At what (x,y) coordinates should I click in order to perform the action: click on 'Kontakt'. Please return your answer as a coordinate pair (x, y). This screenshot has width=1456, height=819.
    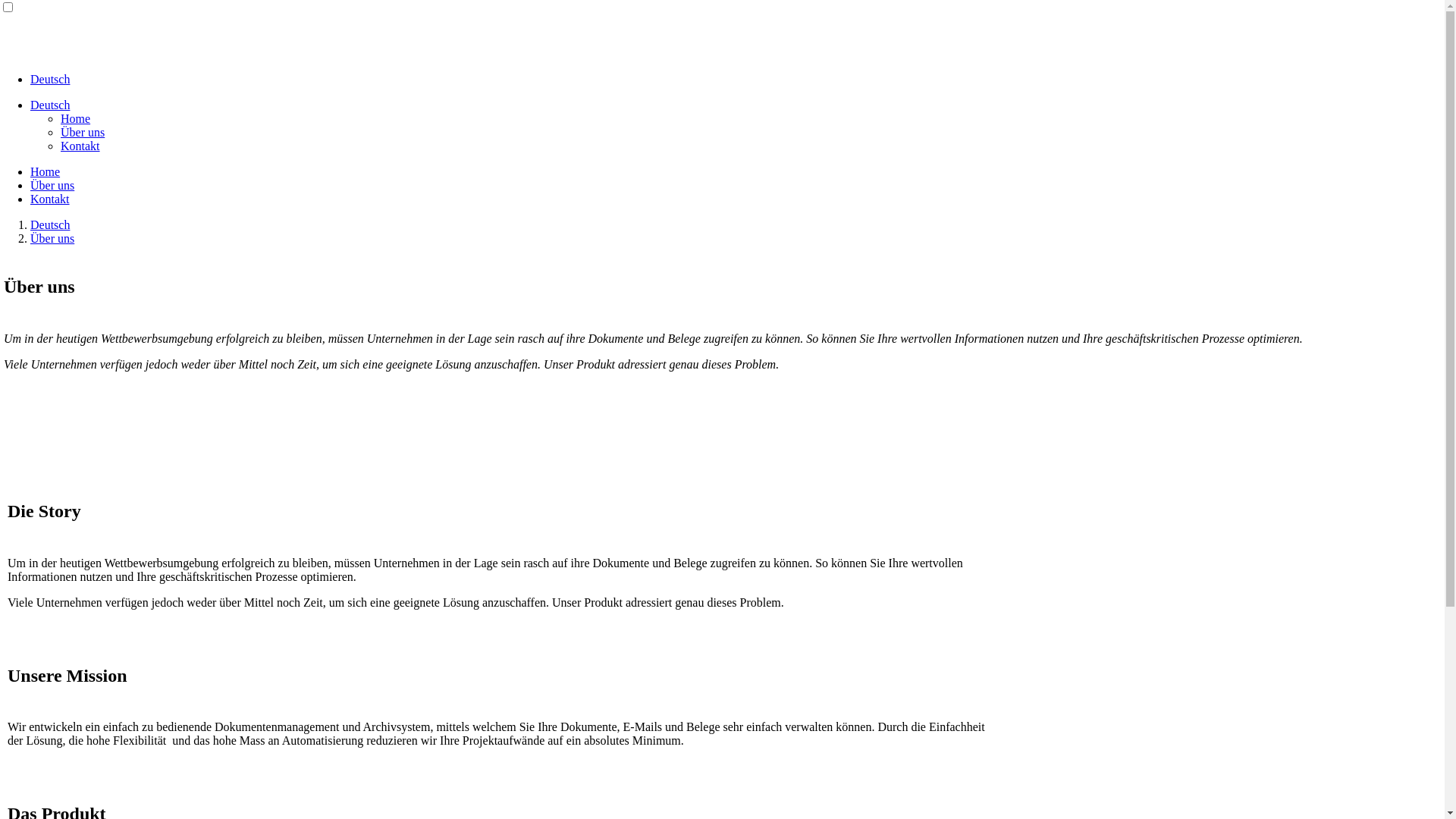
    Looking at the image, I should click on (61, 146).